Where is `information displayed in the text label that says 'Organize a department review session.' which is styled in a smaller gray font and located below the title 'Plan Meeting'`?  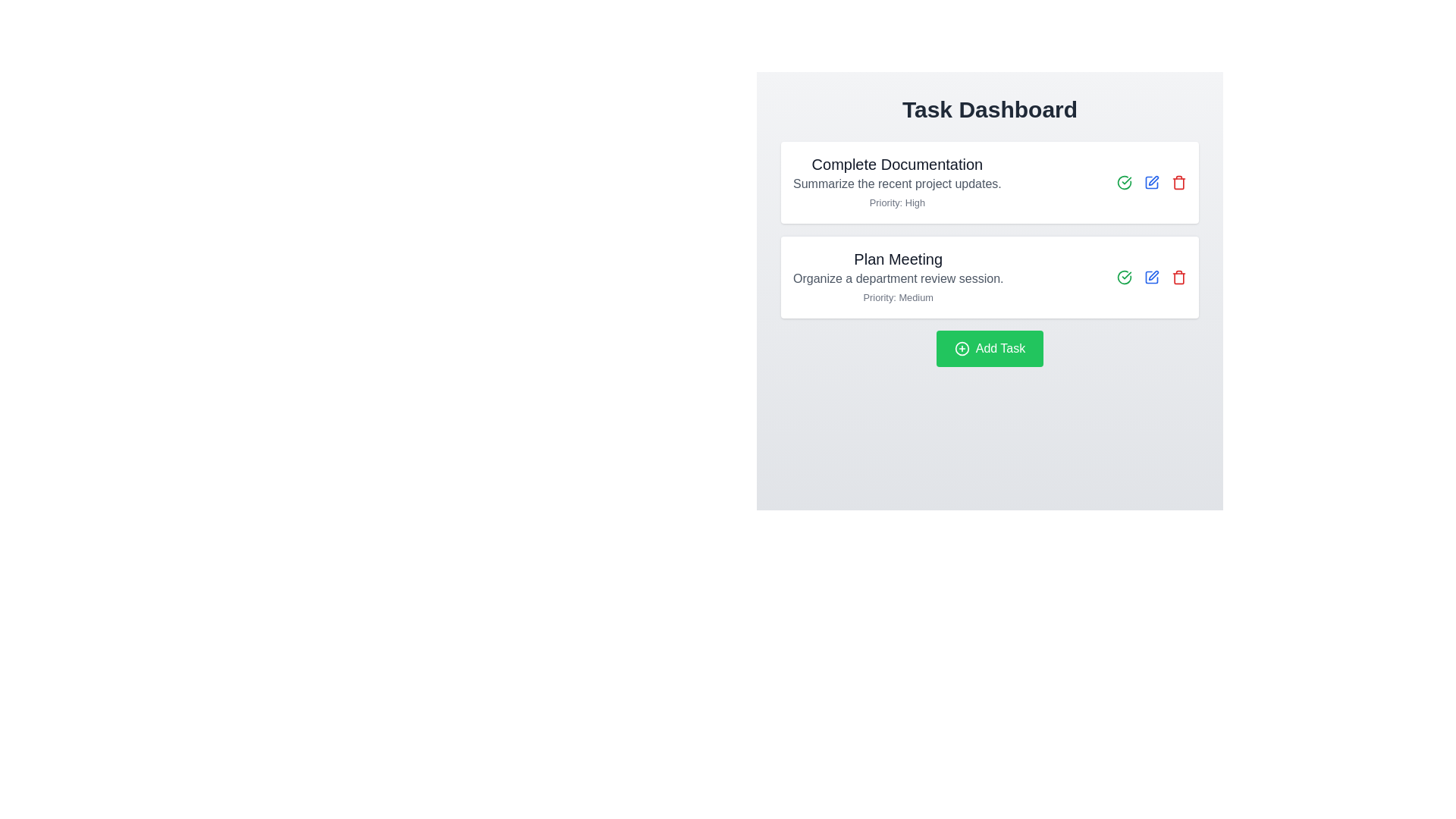 information displayed in the text label that says 'Organize a department review session.' which is styled in a smaller gray font and located below the title 'Plan Meeting' is located at coordinates (898, 278).